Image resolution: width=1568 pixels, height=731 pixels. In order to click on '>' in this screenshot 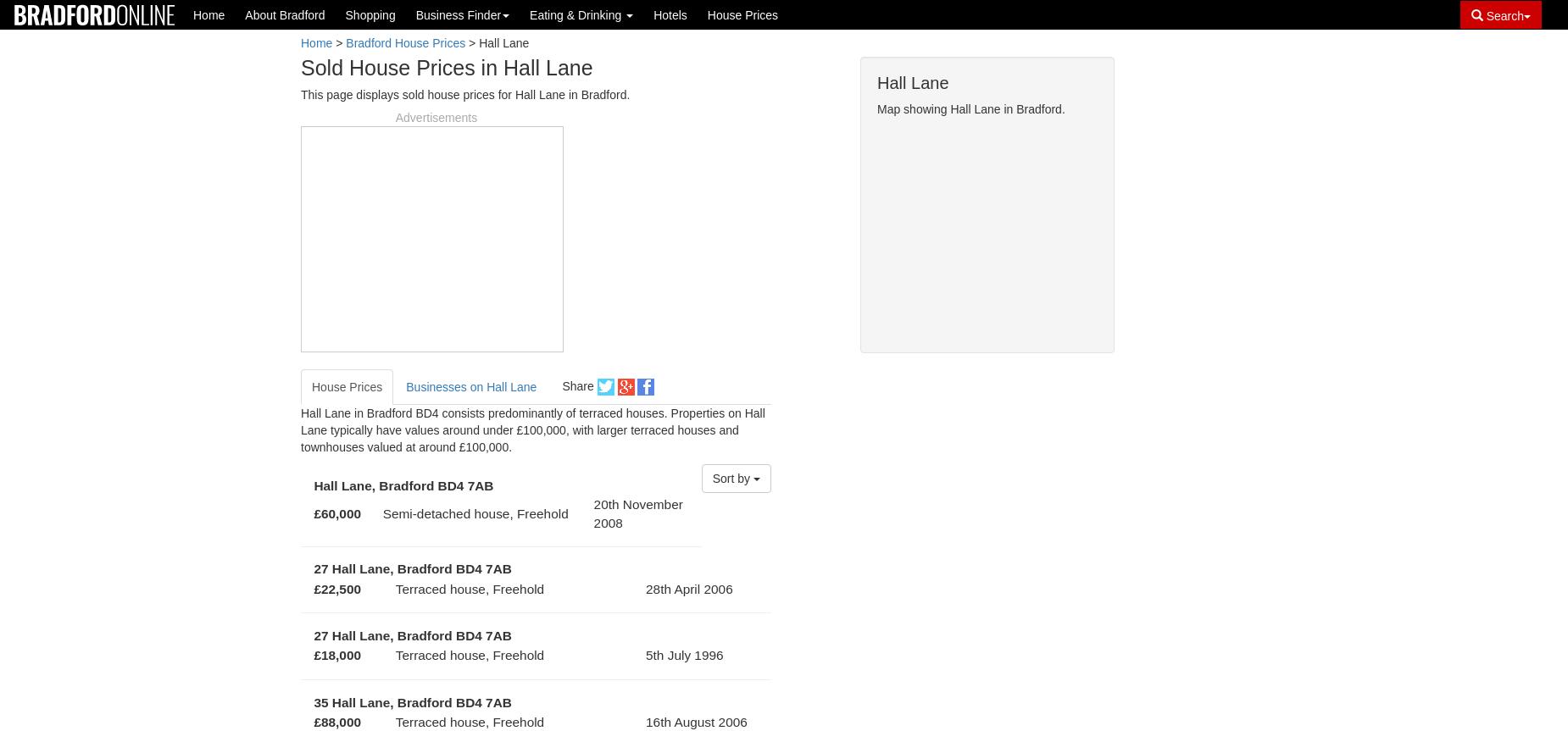, I will do `click(331, 43)`.